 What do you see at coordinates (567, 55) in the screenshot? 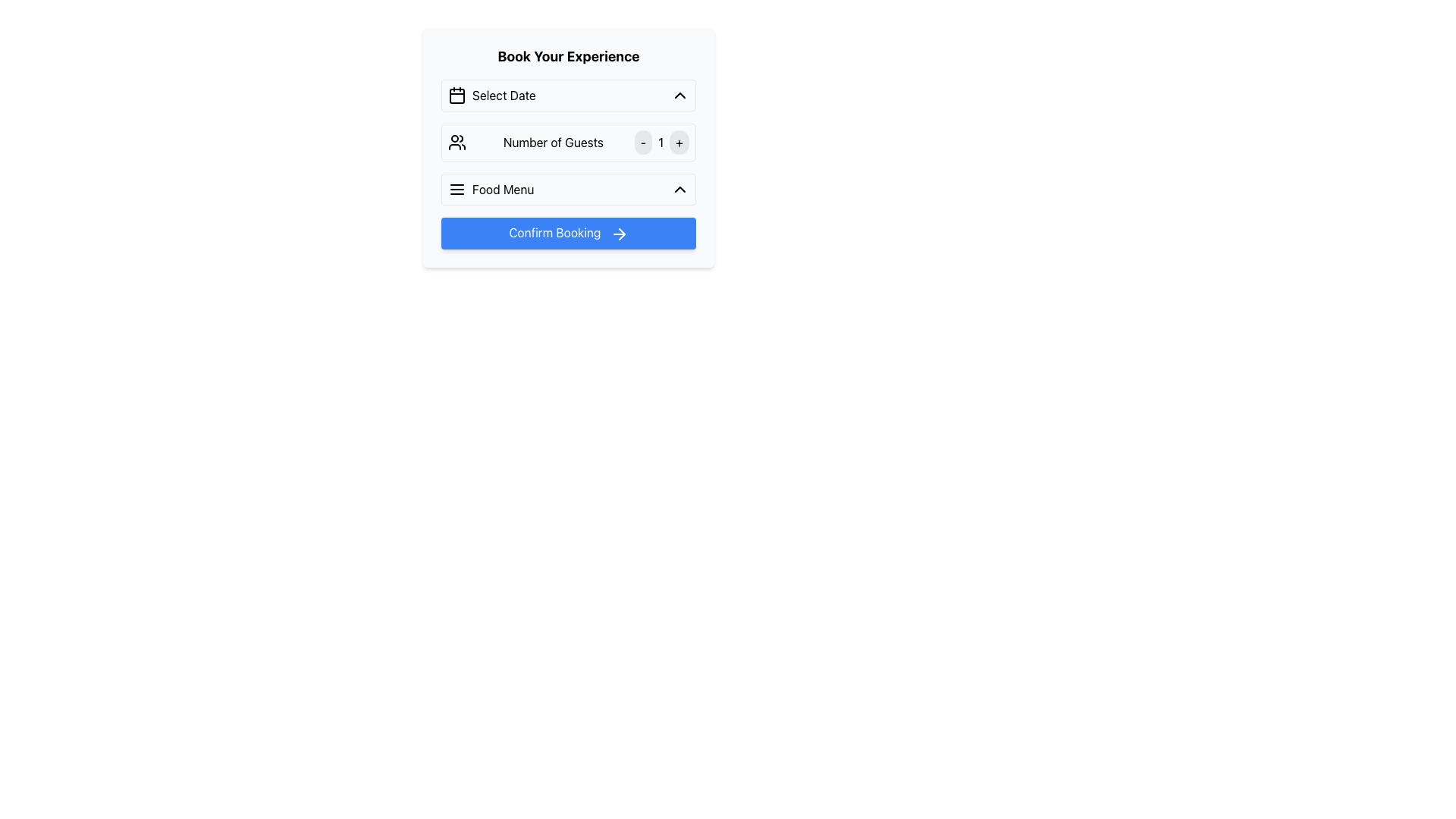
I see `the Static Text element, which serves as a section title guiding users to the booking options below, positioned at the top of the interface` at bounding box center [567, 55].